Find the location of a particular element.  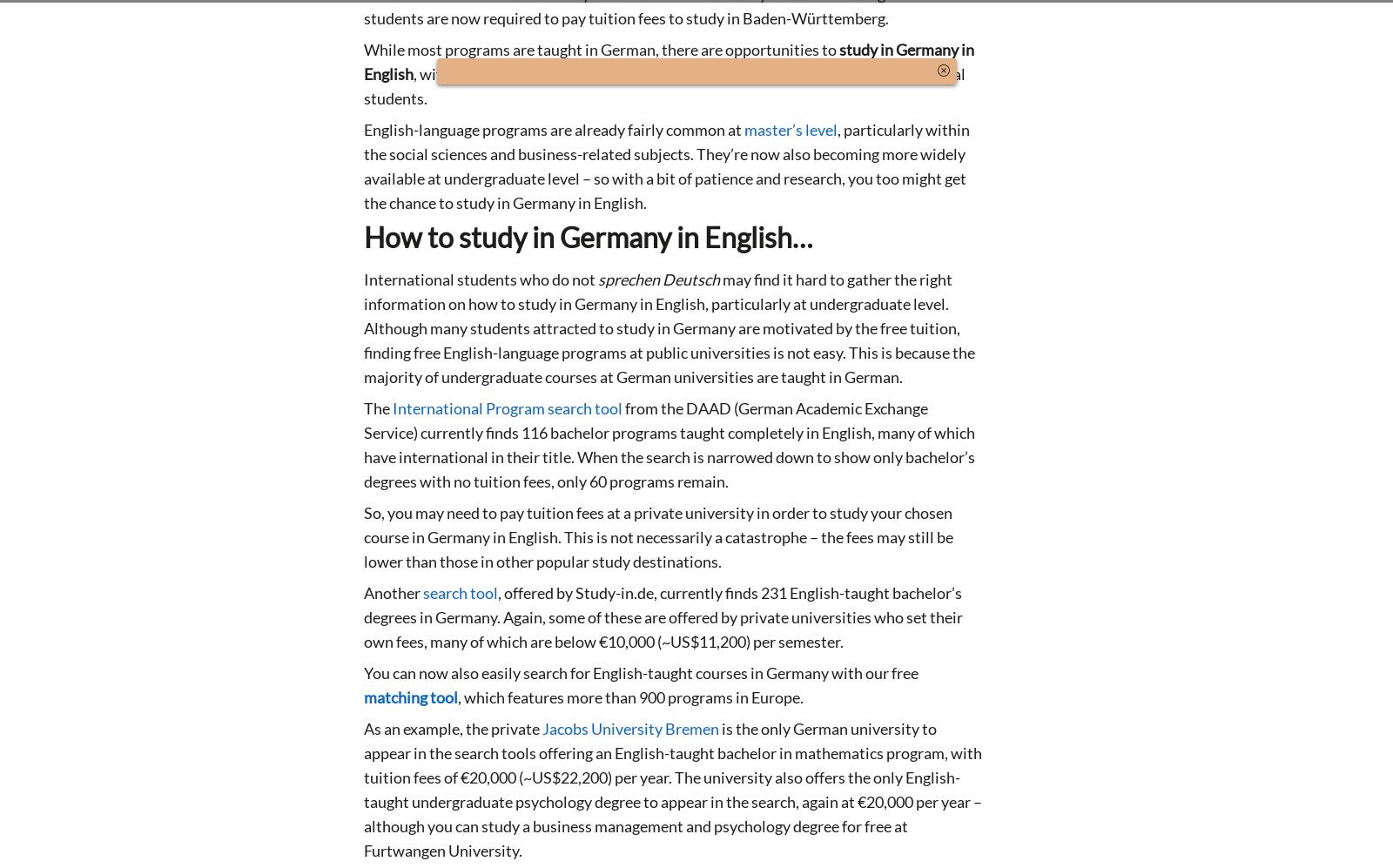

'English-language programs are already fairly common at' is located at coordinates (554, 128).